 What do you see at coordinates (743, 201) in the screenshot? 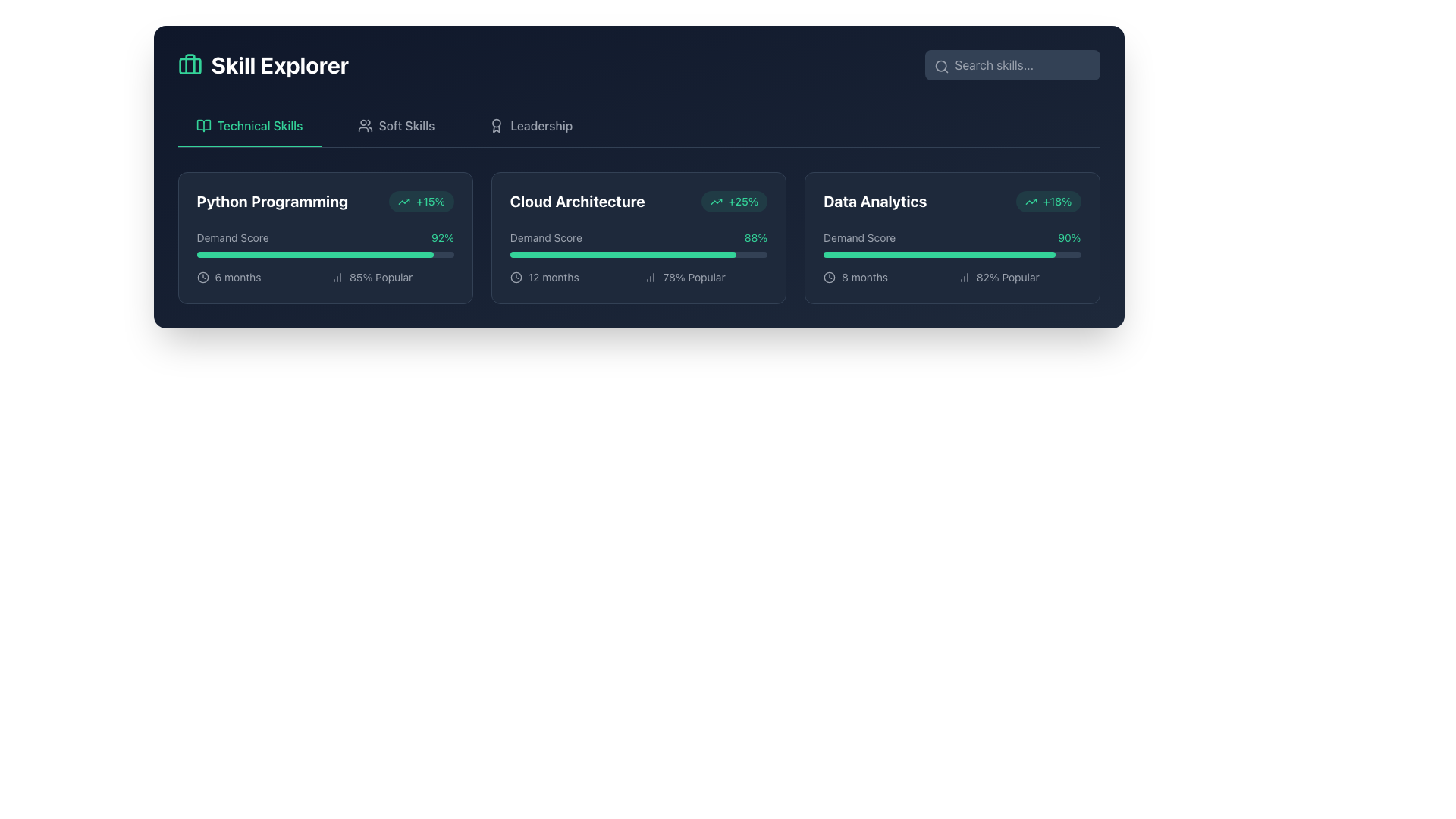
I see `the text field displaying '+25%' styled with green text, located adjacent to a trend icon in the 'Cloud Architecture' card` at bounding box center [743, 201].